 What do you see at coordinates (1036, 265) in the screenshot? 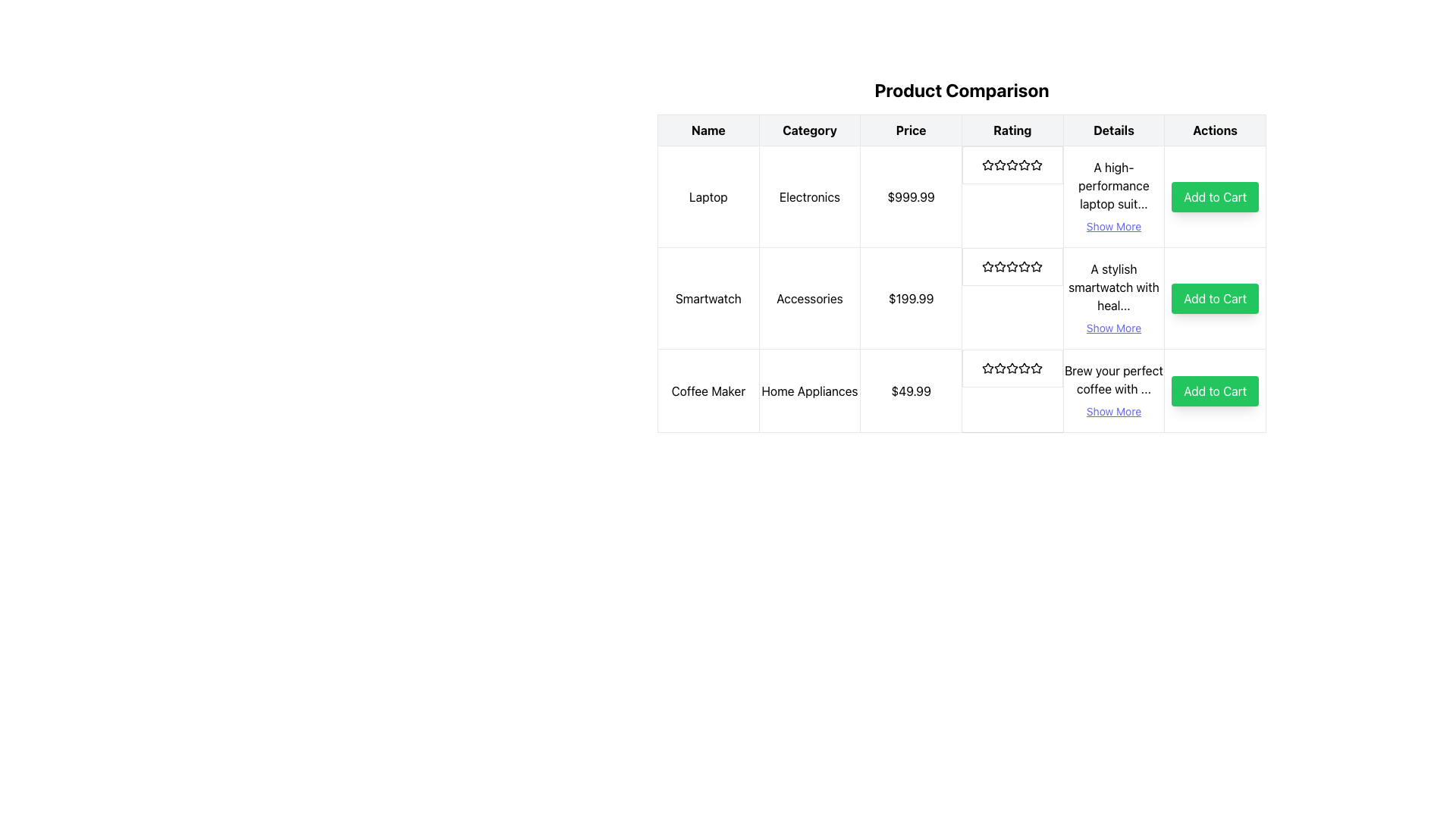
I see `the fifth star icon in the rating system for the 'Smartwatch' product, located in the second row of the table under the 'Rating' column` at bounding box center [1036, 265].